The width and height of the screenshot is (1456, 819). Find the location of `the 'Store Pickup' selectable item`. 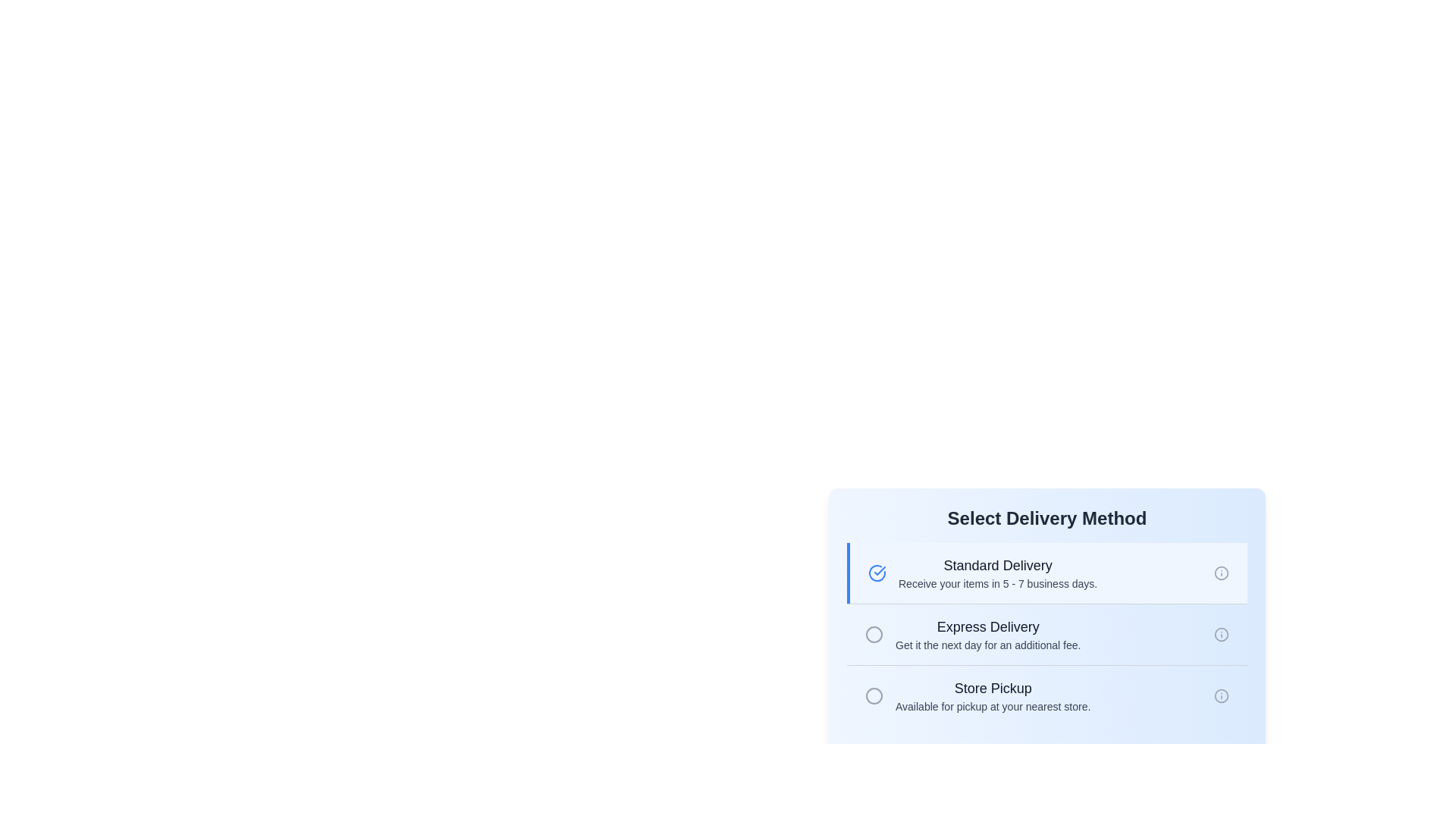

the 'Store Pickup' selectable item is located at coordinates (977, 696).